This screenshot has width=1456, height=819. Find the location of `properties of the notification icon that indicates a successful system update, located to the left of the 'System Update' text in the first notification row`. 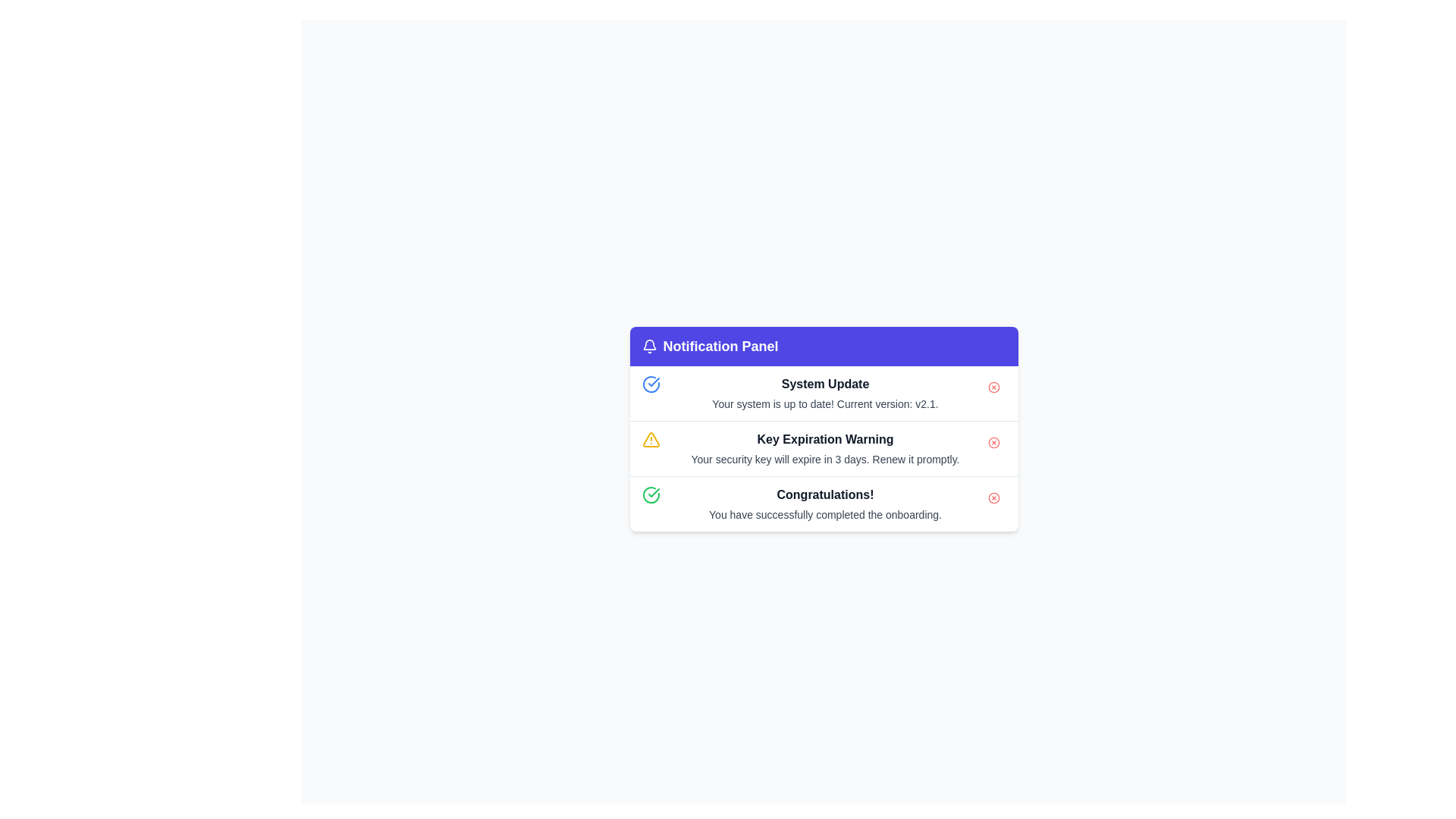

properties of the notification icon that indicates a successful system update, located to the left of the 'System Update' text in the first notification row is located at coordinates (651, 383).